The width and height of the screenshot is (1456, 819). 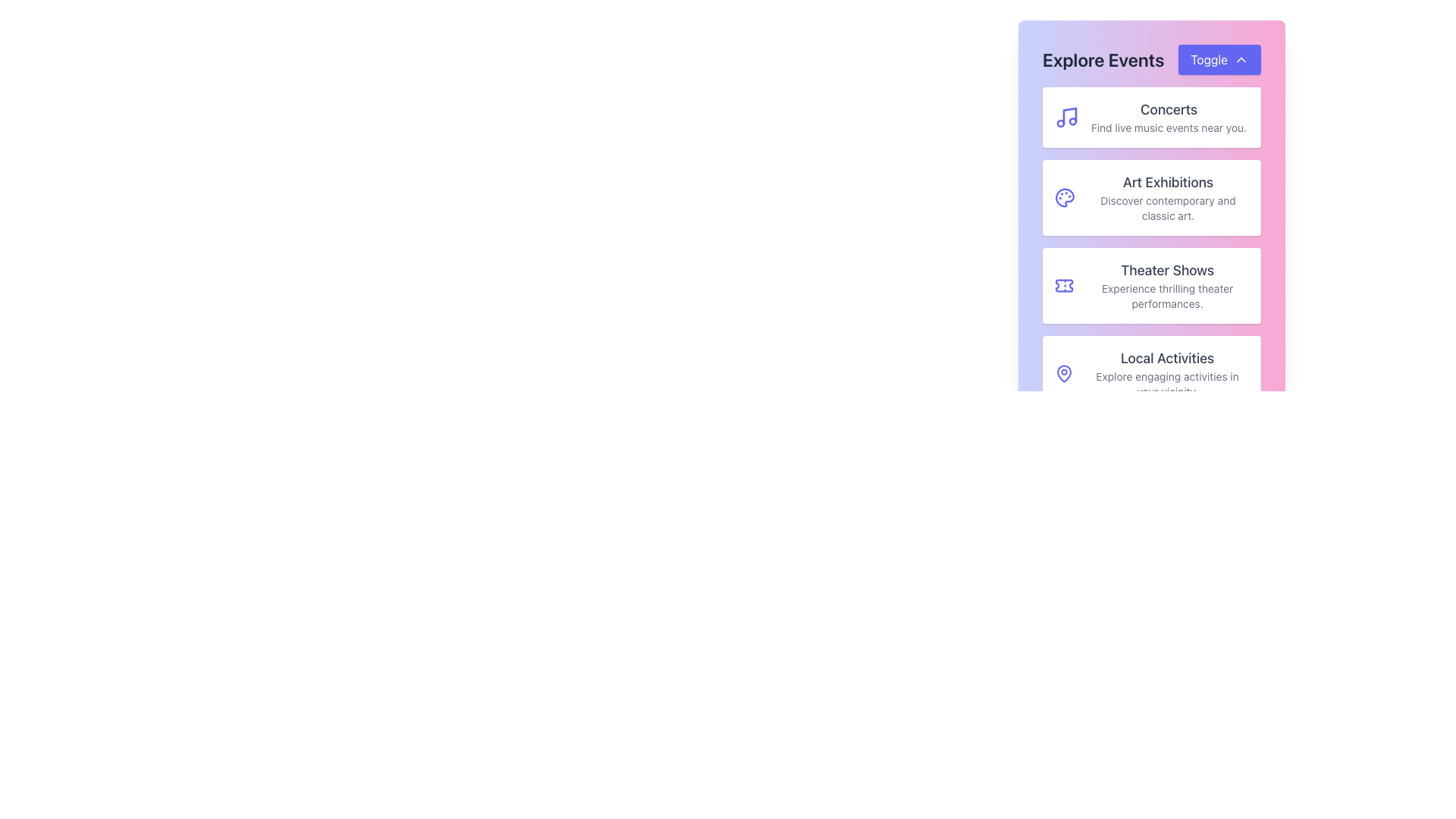 I want to click on descriptive text label located below the 'Theater Shows' title in the right-side panel of the interface, so click(x=1166, y=296).